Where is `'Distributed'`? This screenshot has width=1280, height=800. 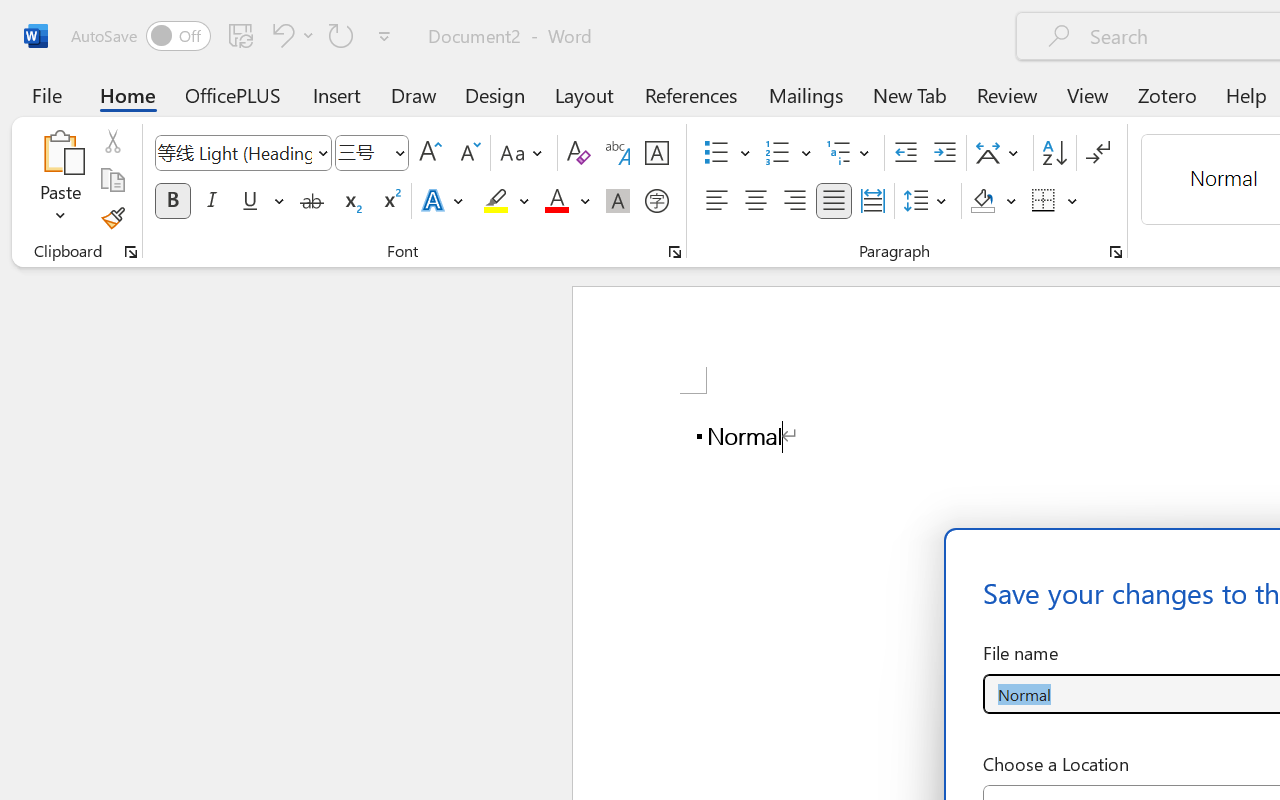
'Distributed' is located at coordinates (872, 201).